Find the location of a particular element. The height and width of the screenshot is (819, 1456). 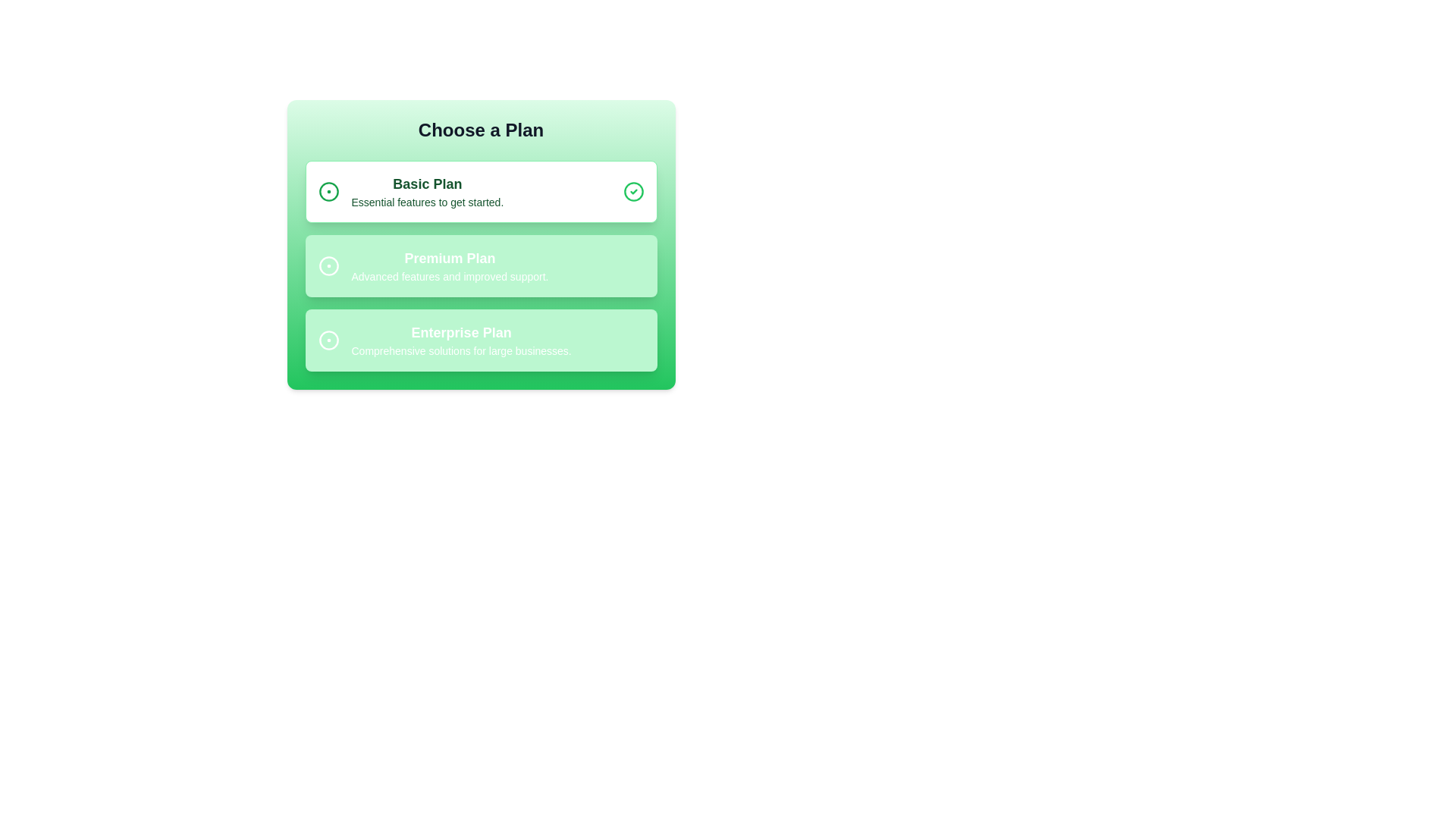

the green-filled circular icon with a checkmark symbol located to the right of the 'Basic Plan' text is located at coordinates (633, 191).